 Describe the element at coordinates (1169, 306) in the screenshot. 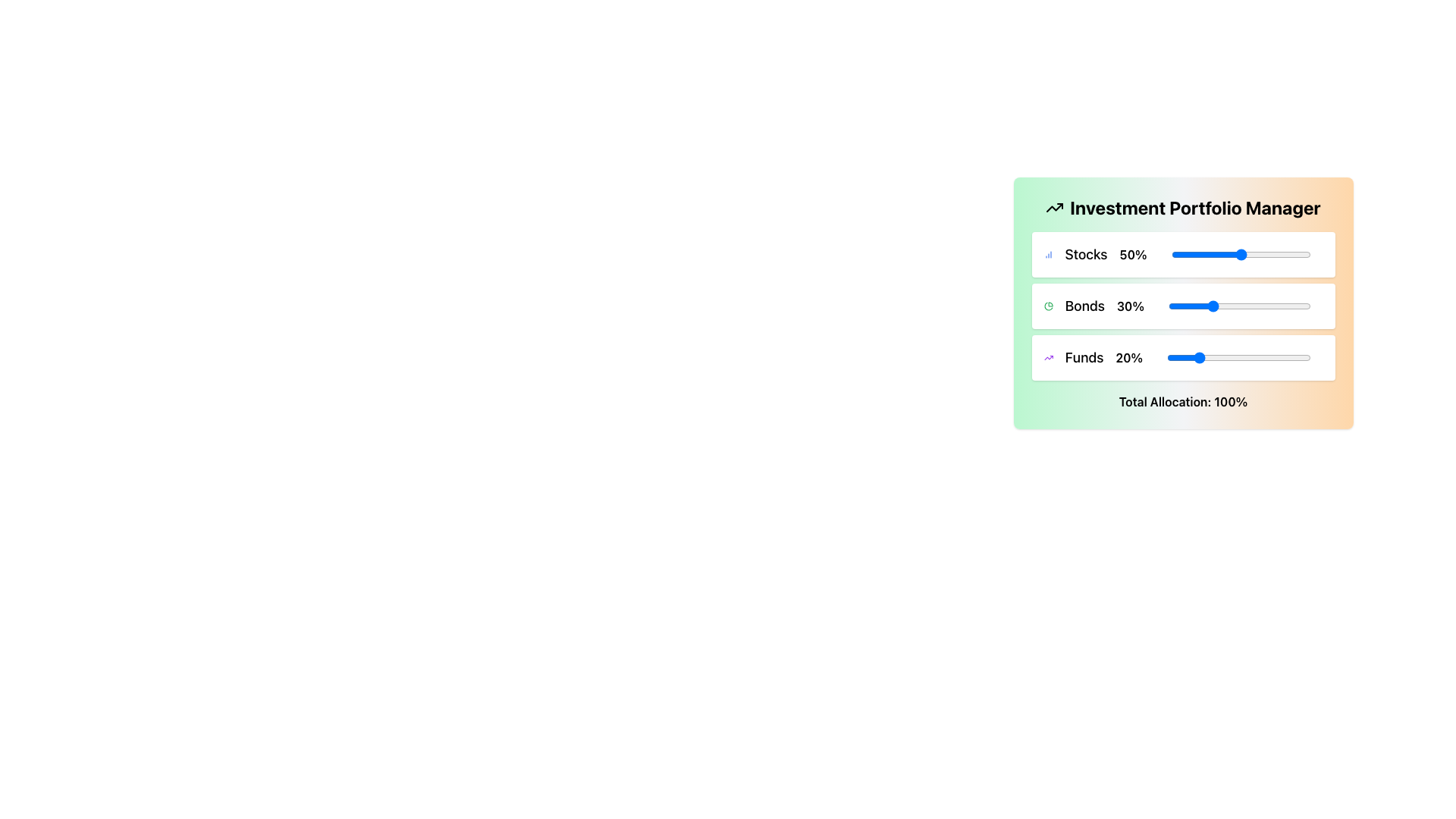

I see `the Bonds slider value` at that location.